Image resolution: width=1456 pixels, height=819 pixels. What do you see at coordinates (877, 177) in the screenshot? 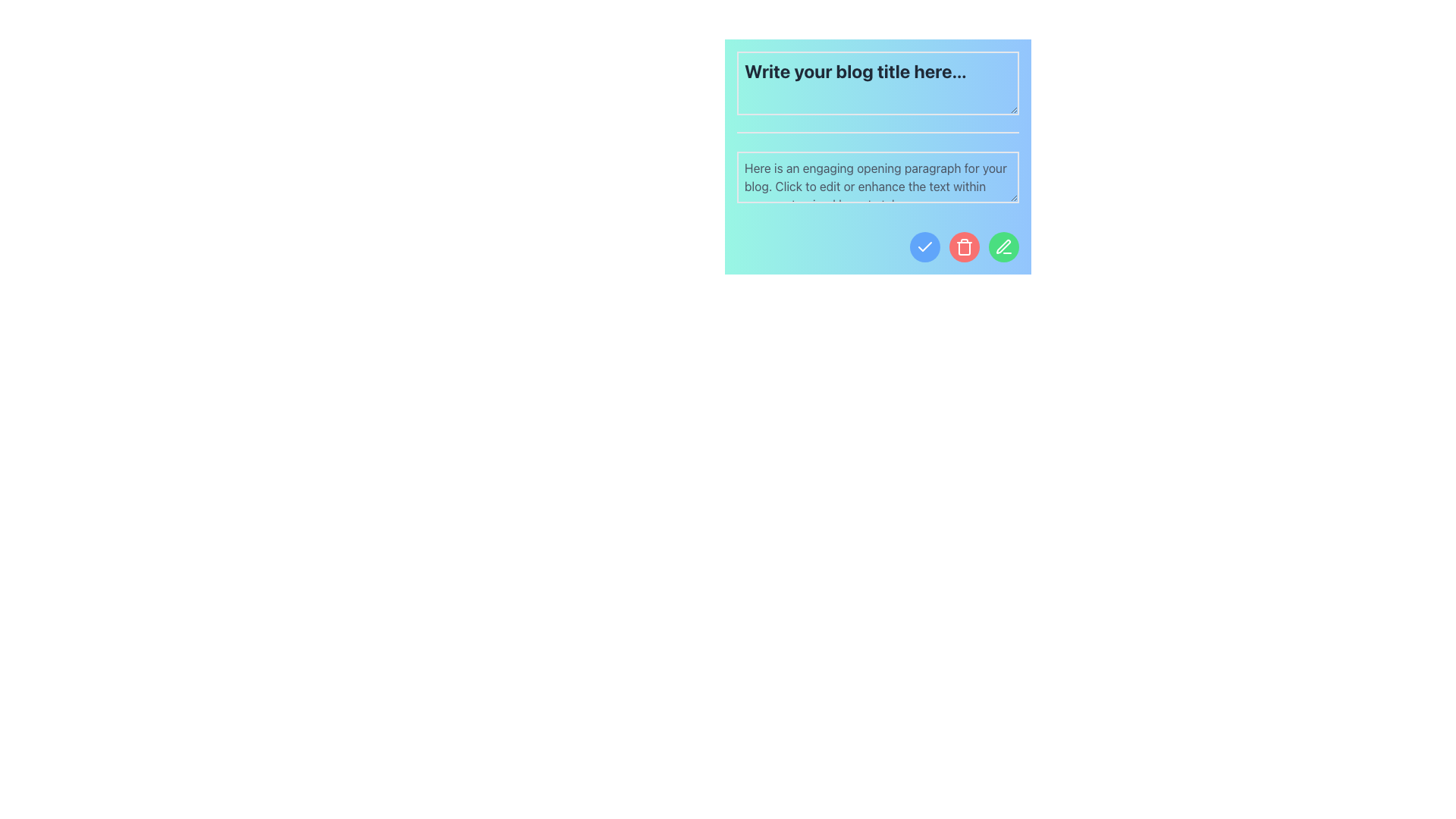
I see `on the text input box containing the placeholder text: 'Here is an engaging opening paragraph for your blog. Click` at bounding box center [877, 177].